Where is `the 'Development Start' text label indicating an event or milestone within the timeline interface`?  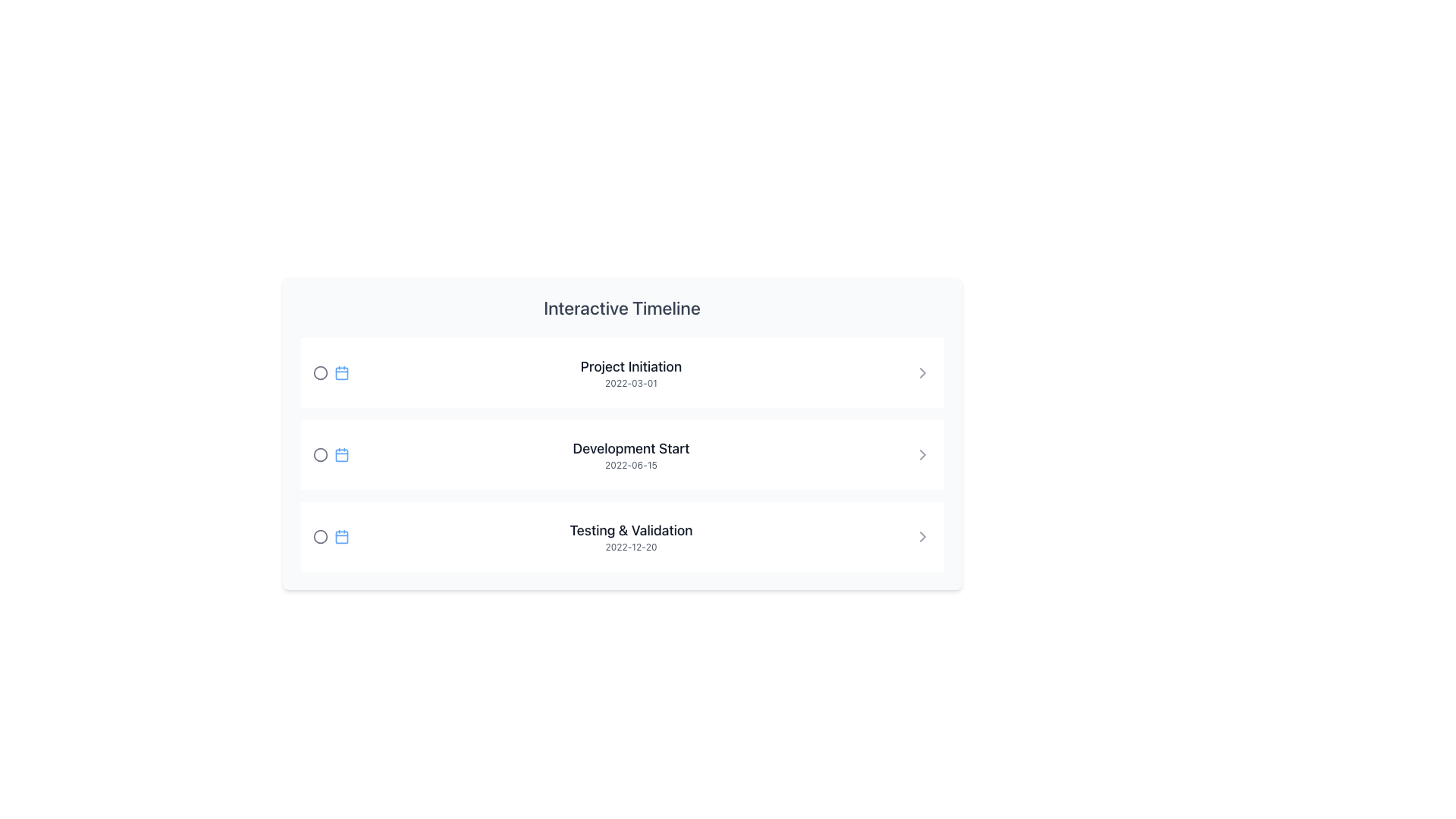
the 'Development Start' text label indicating an event or milestone within the timeline interface is located at coordinates (631, 447).